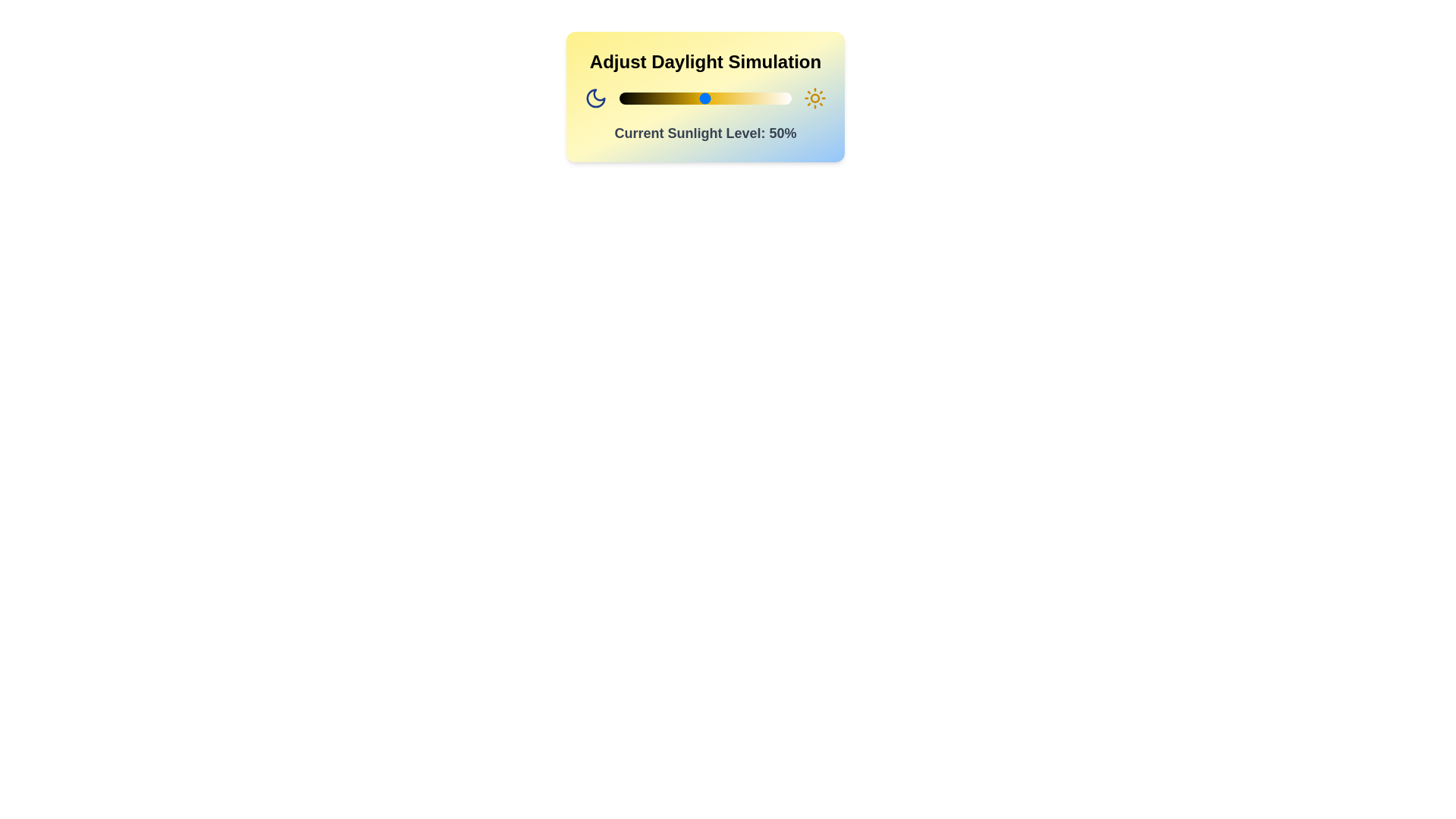  I want to click on the sunlight level to 61% by interacting with the slider, so click(723, 99).